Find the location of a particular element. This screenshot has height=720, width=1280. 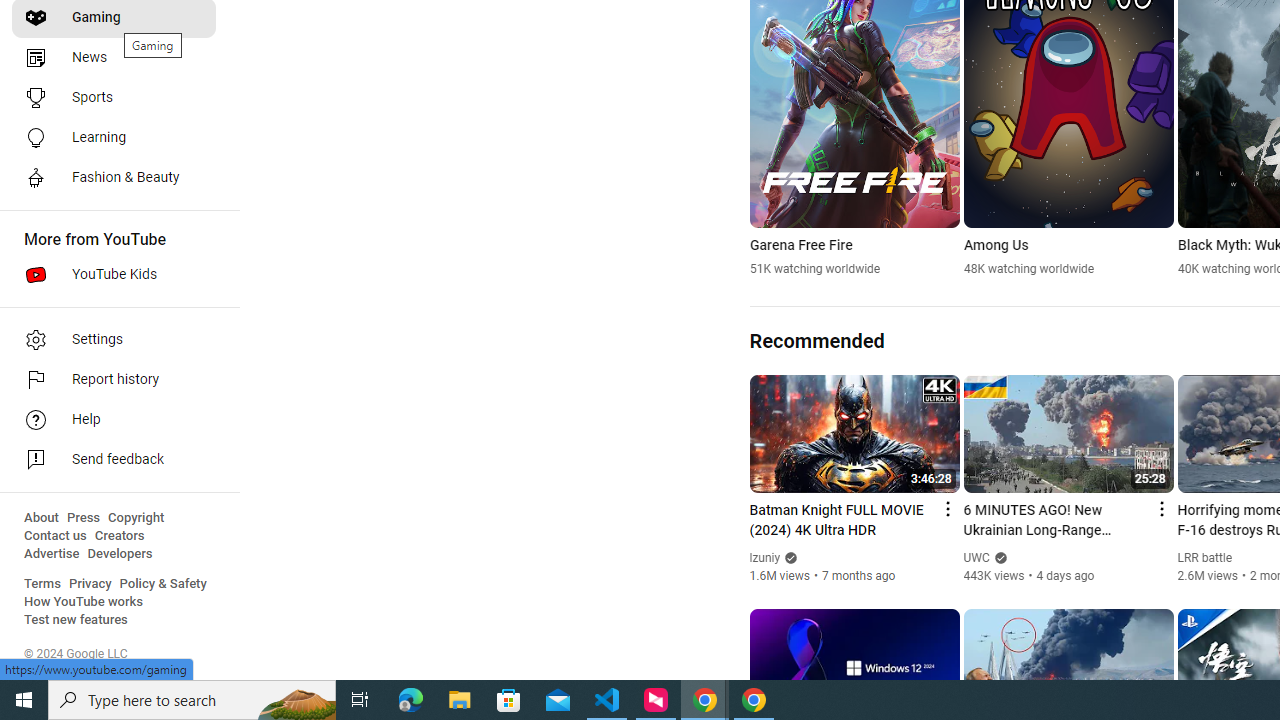

'LRR battle' is located at coordinates (1204, 558).